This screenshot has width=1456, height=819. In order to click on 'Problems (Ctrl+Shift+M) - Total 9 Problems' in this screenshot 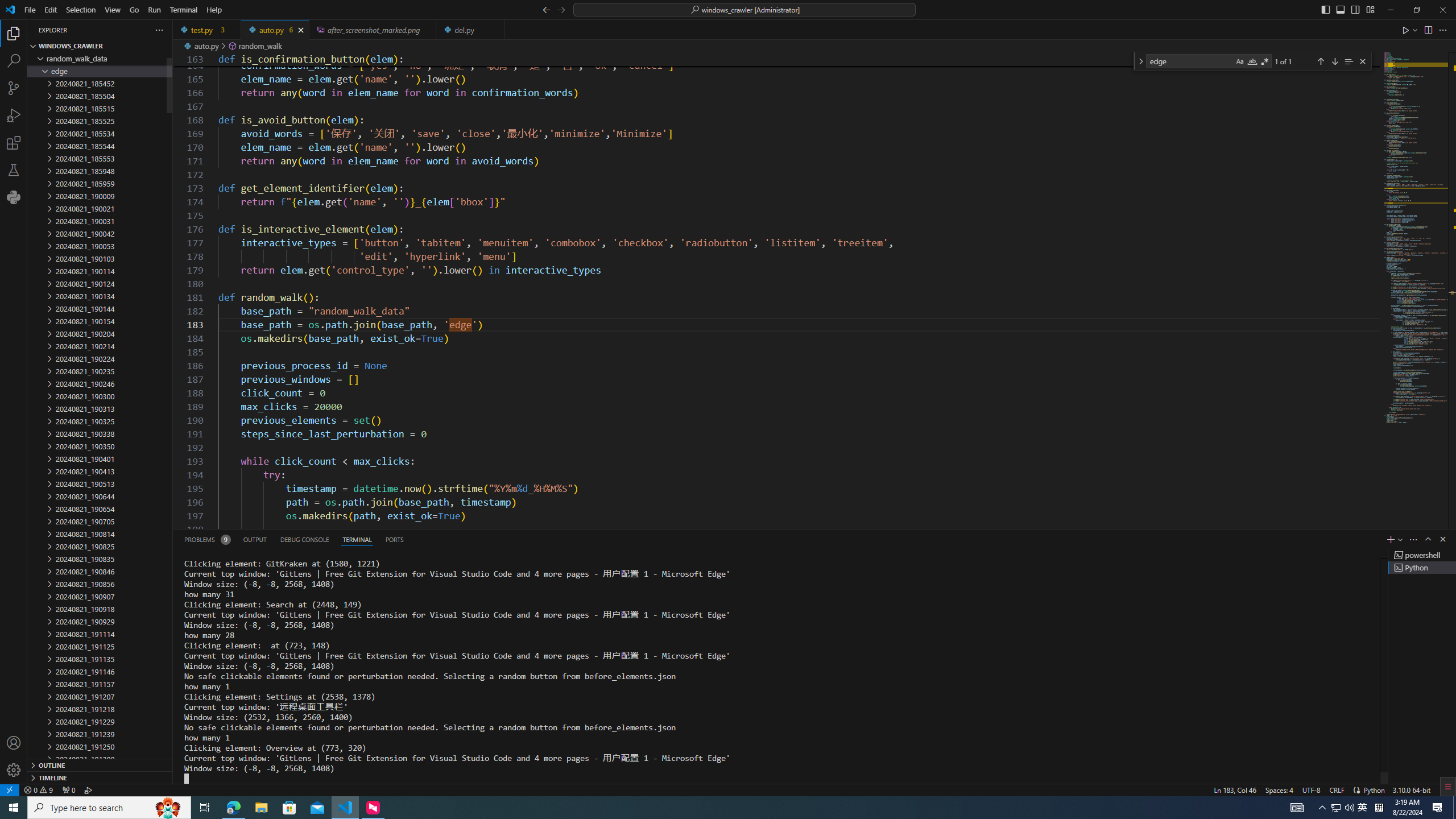, I will do `click(206, 539)`.